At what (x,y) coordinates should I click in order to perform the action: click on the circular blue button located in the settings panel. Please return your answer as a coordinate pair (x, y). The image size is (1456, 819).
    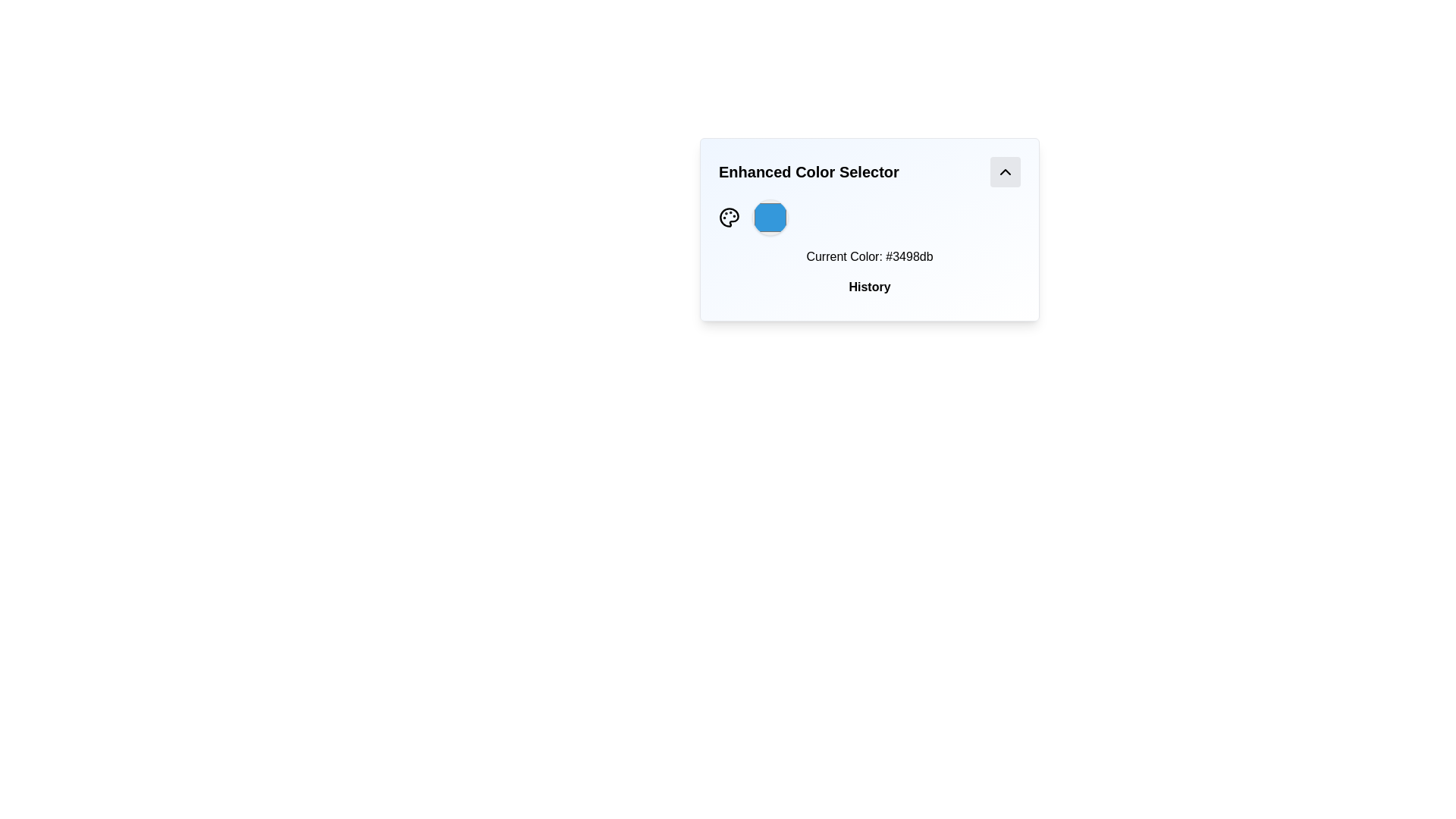
    Looking at the image, I should click on (770, 217).